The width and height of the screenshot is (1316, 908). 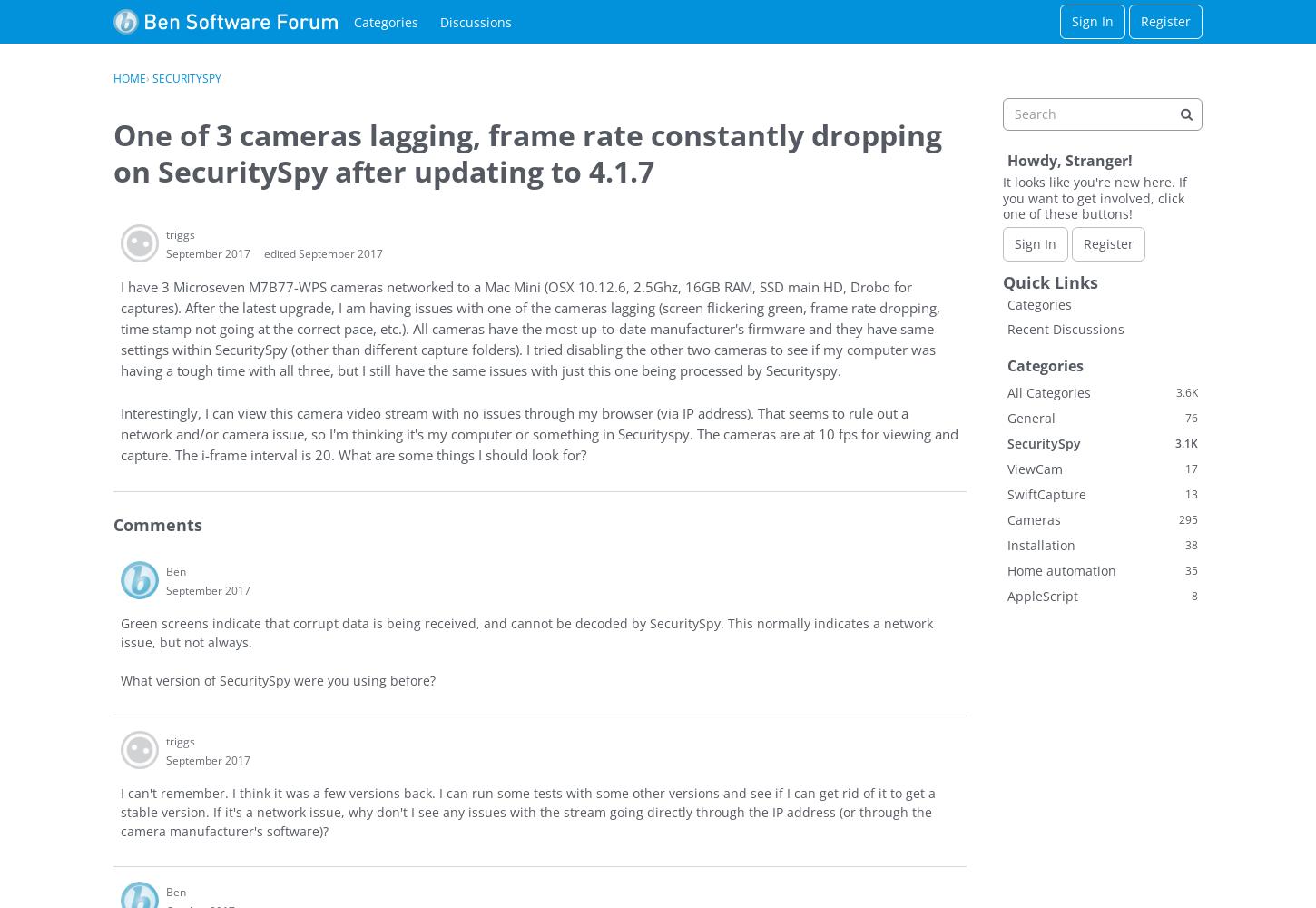 I want to click on 'I have 3 Microseven M7B77-WPS cameras networked to a Mac Mini (OSX 10.12.6, 2.5Ghz, 16GB RAM, SSD main HD, Drobo for captures). After the latest upgrade, I am having issues with one of the cameras lagging (screen flickering green, frame rate dropping, time stamp not going at the correct pace, etc.). All cameras have the most up-to-date manufacturer's firmware and they have same settings within SecuritySpy (other than different capture folders). I tried disabling the other two cameras to see if my computer was having a tough time with all three, but I still have the same issues with just this one being processed by Securityspy.', so click(x=530, y=328).